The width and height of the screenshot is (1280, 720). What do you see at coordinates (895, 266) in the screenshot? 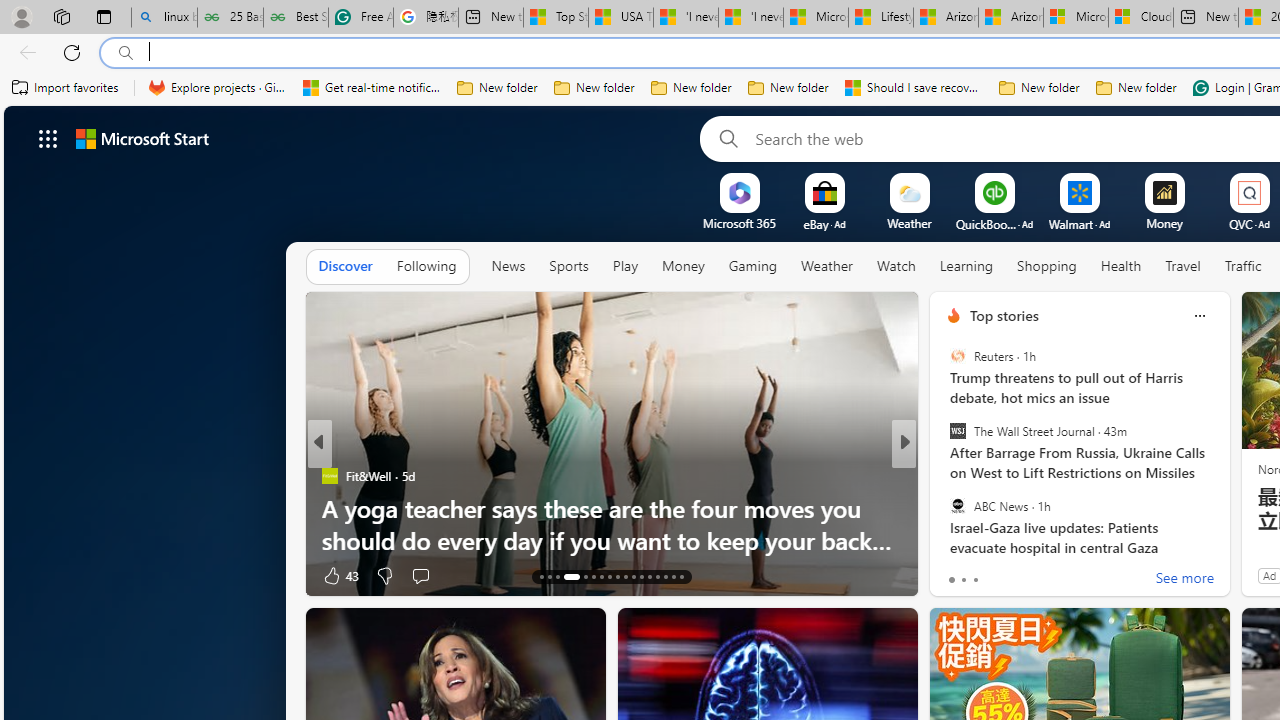
I see `'Watch'` at bounding box center [895, 266].